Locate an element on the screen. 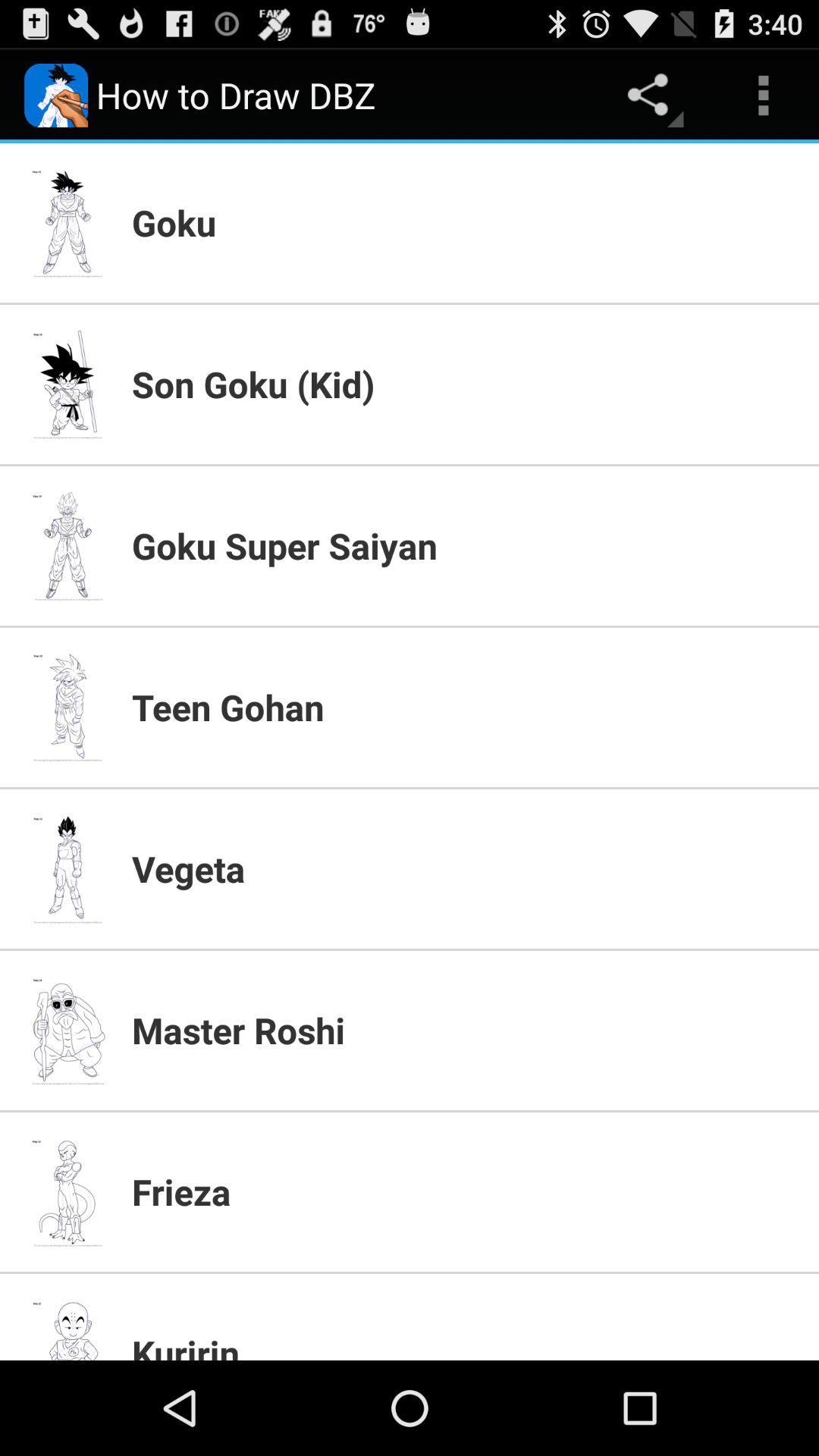 This screenshot has width=819, height=1456. item below goku super saiyan app is located at coordinates (465, 706).